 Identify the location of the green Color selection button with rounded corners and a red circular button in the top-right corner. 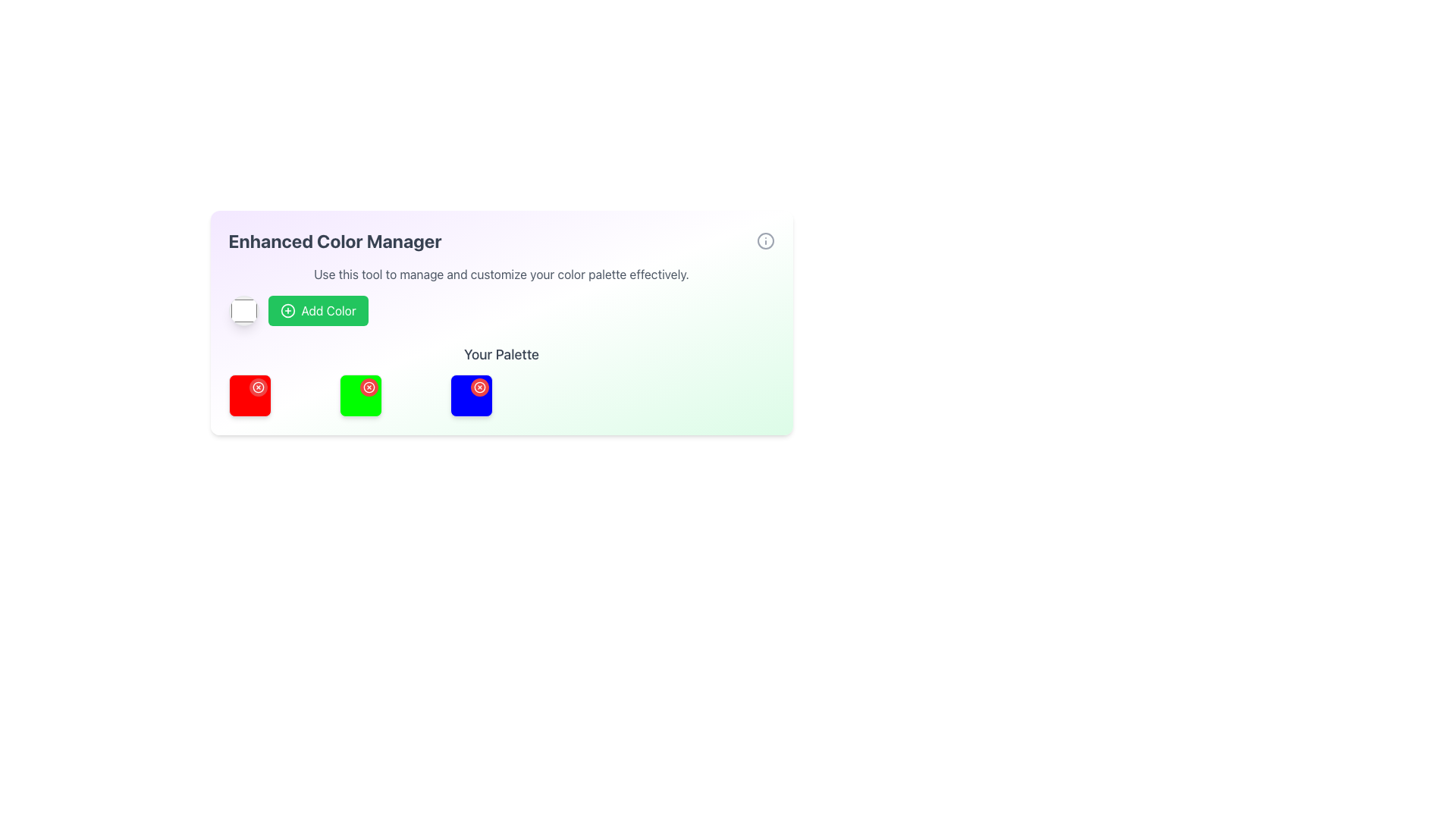
(359, 394).